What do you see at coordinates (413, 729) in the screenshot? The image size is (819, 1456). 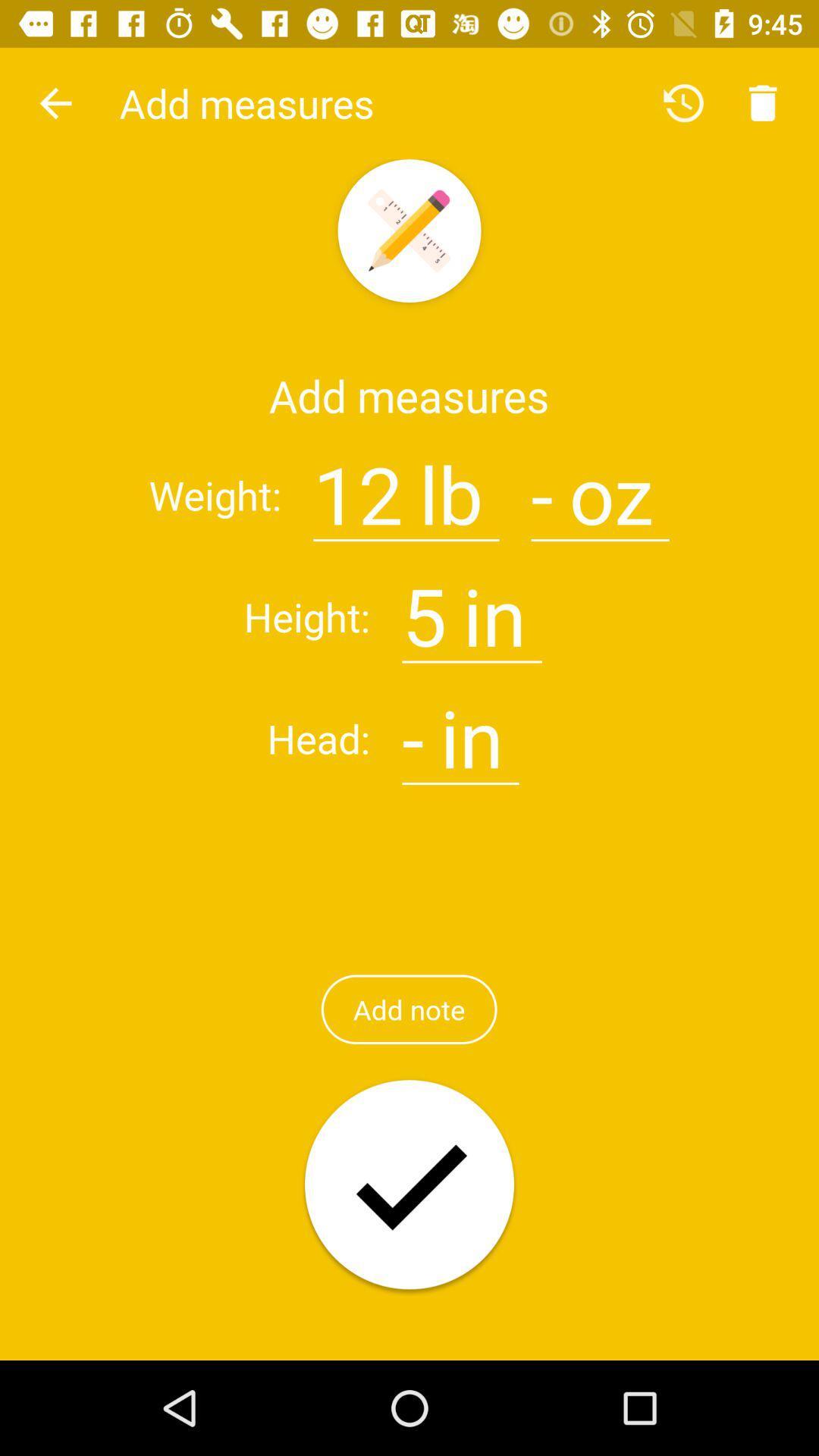 I see `minus symbol` at bounding box center [413, 729].